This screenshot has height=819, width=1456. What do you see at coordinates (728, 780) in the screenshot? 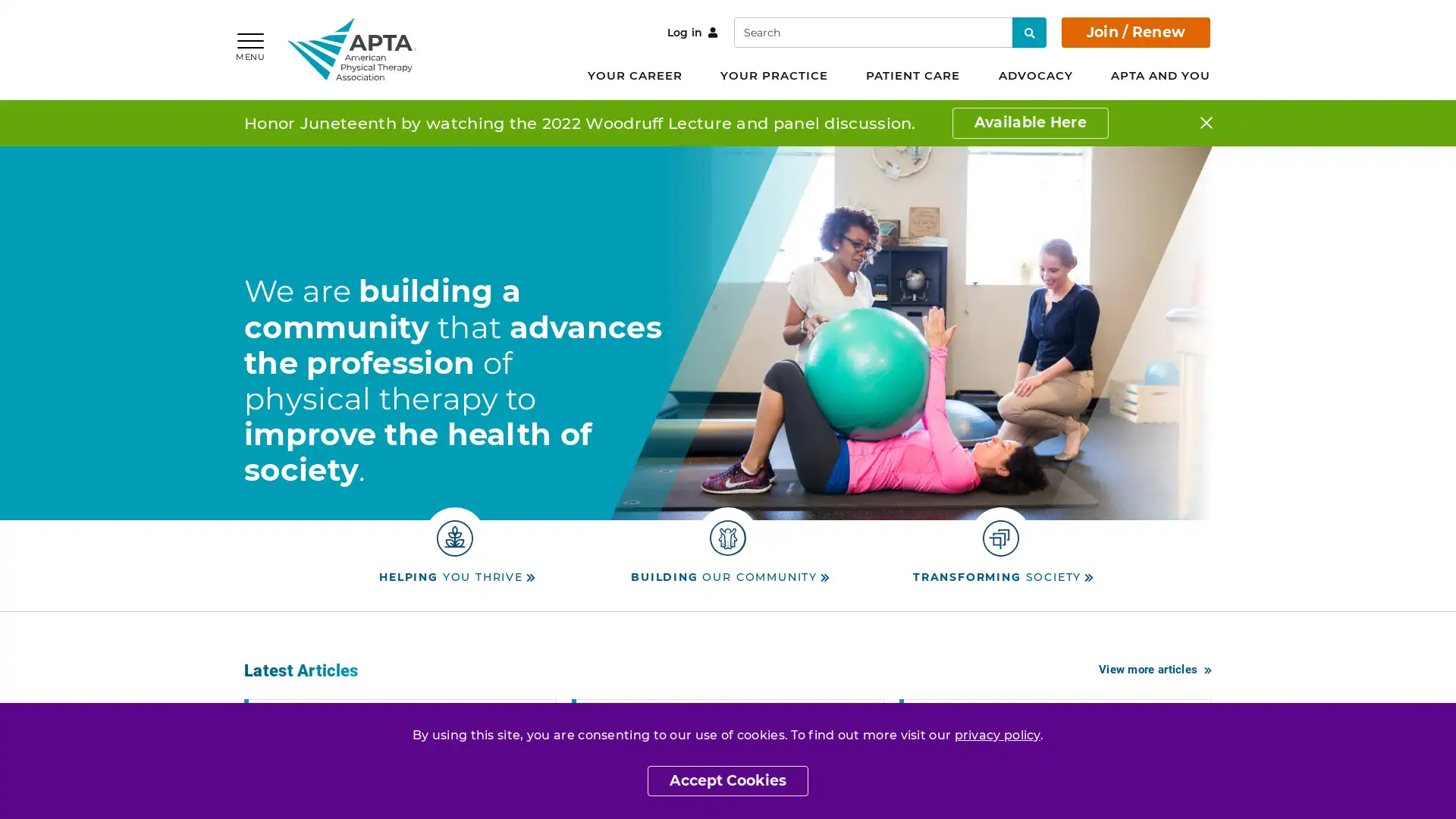
I see `Accept Cookies` at bounding box center [728, 780].